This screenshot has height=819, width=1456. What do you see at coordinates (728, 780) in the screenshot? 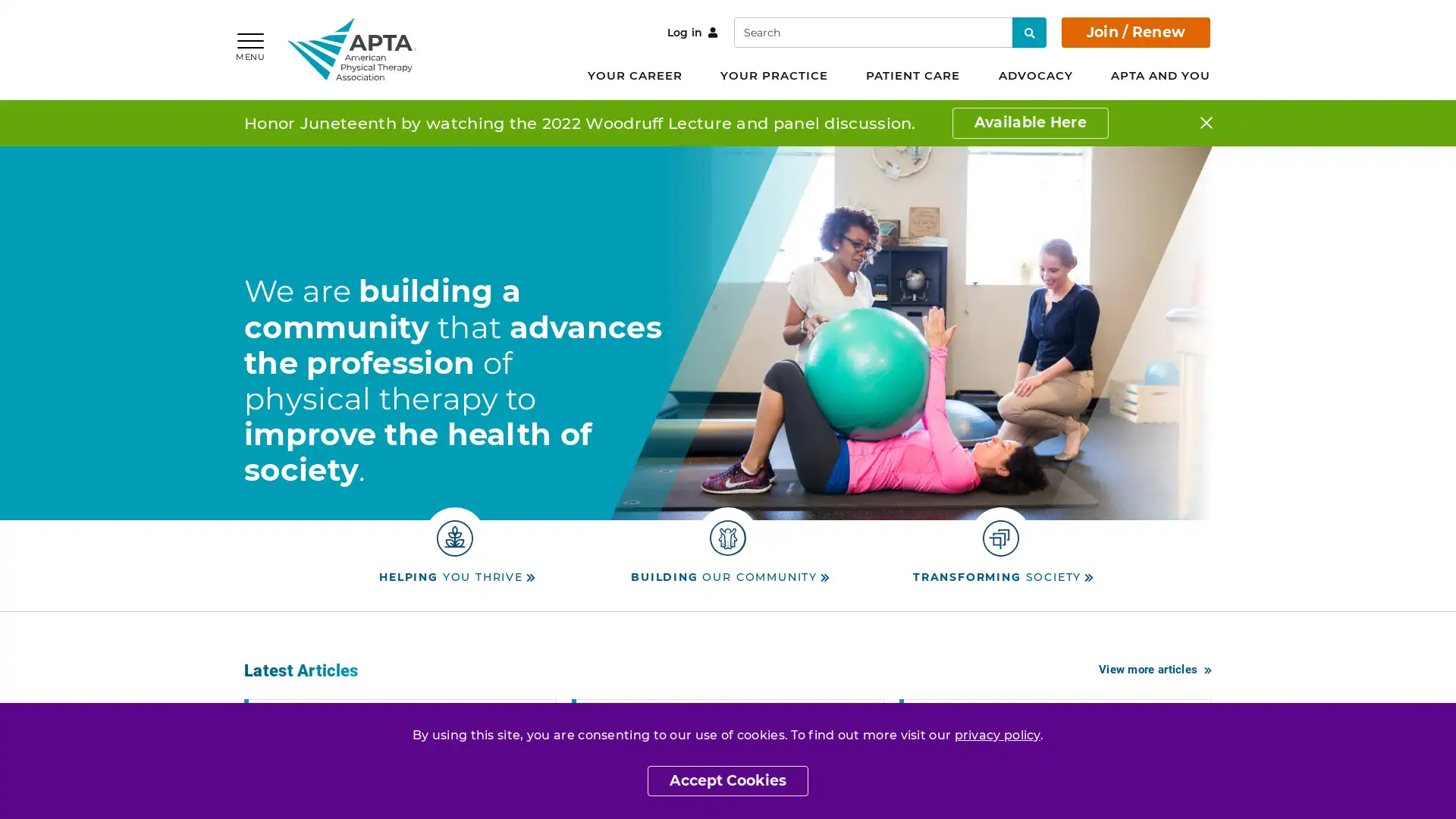
I see `Accept Cookies` at bounding box center [728, 780].